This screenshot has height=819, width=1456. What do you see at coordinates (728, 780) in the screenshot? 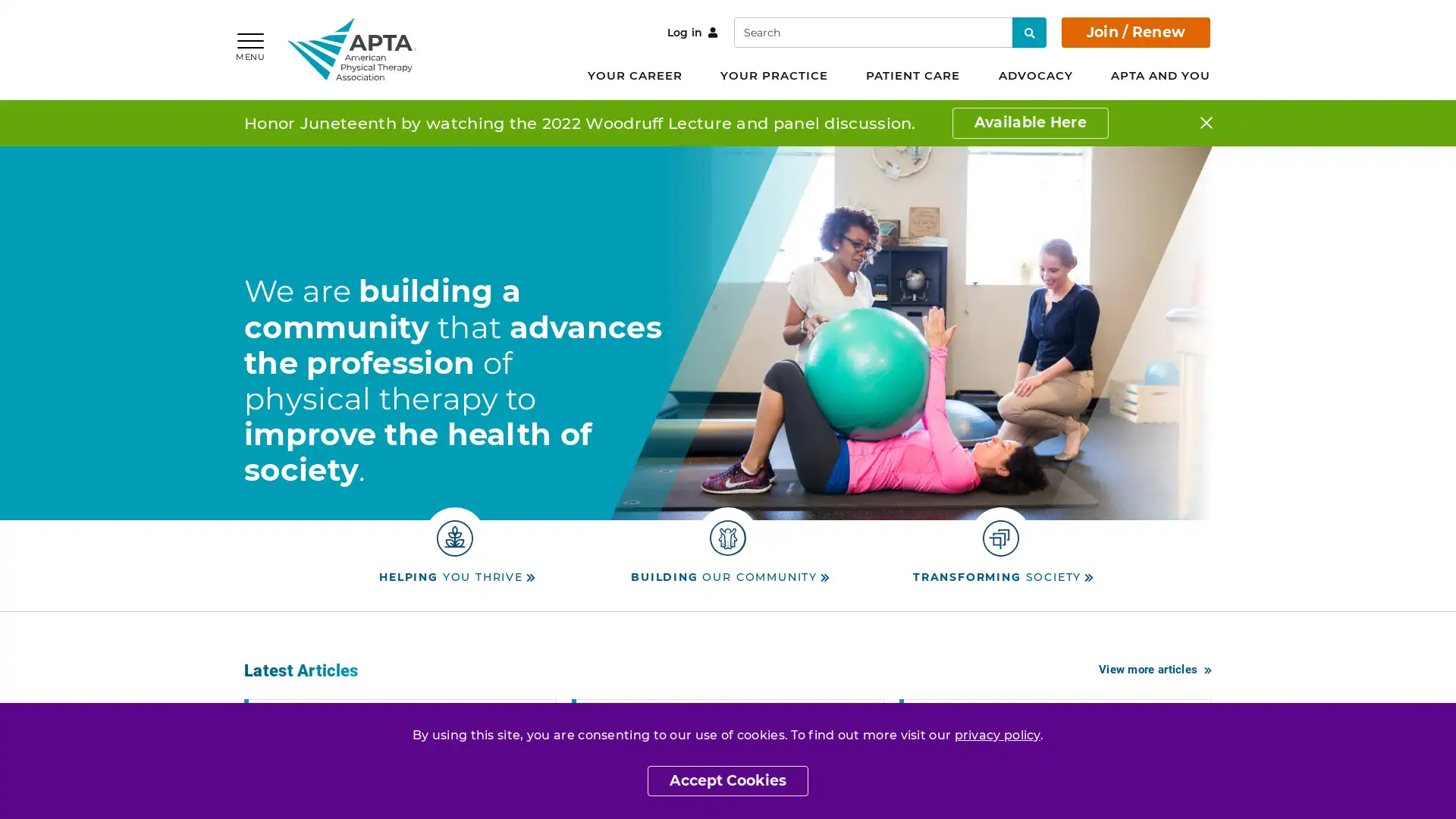
I see `Accept Cookies` at bounding box center [728, 780].